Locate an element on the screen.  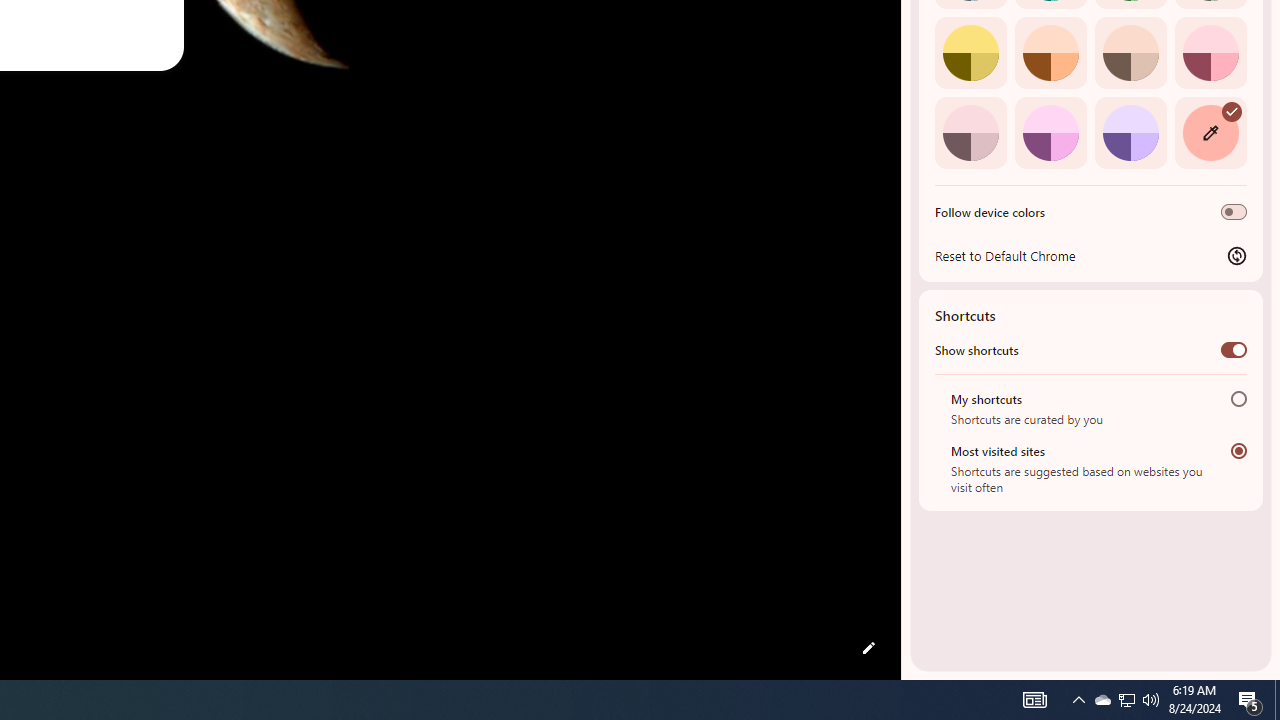
'Custom color' is located at coordinates (1209, 132).